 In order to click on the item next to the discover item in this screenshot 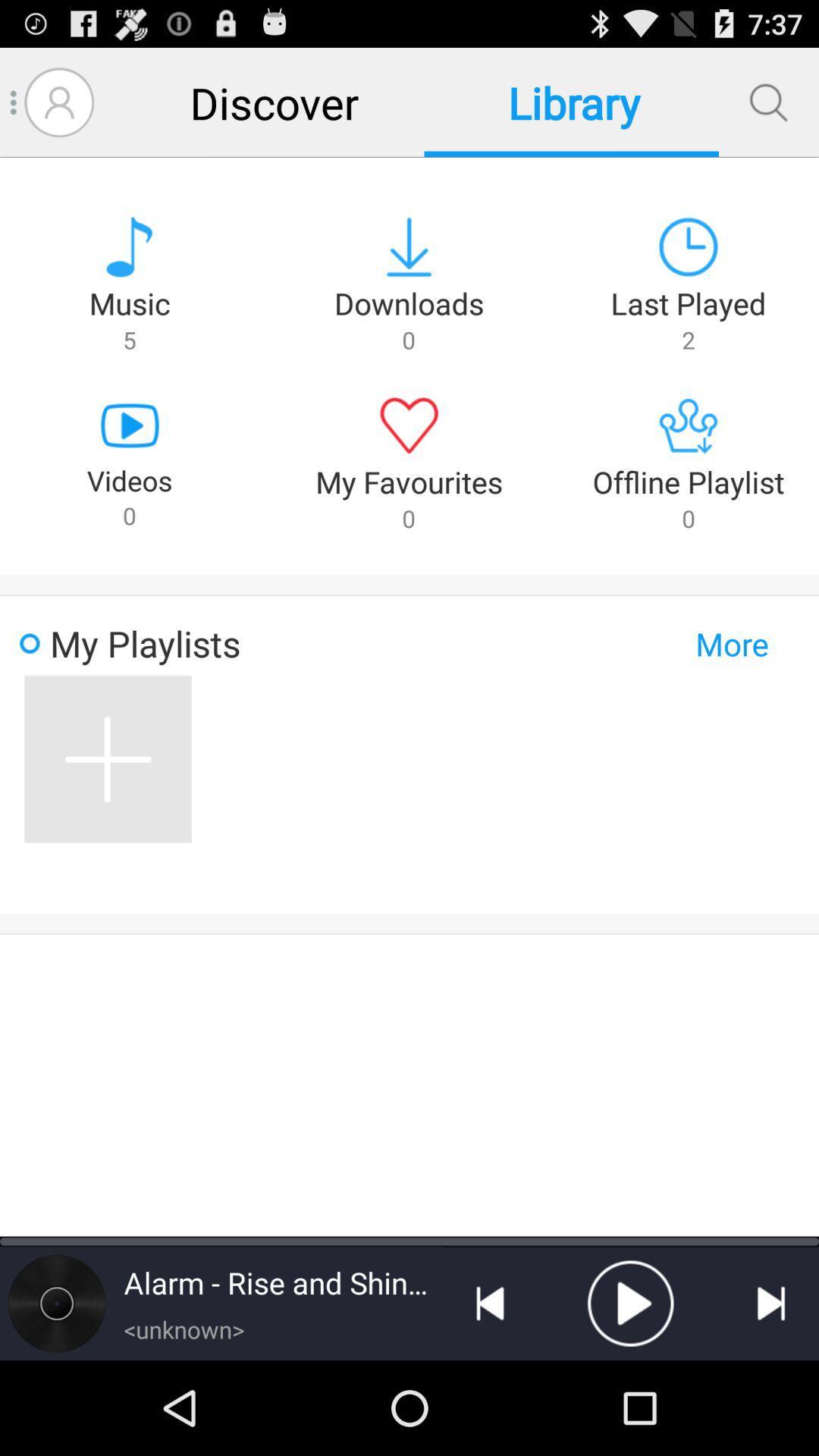, I will do `click(58, 102)`.